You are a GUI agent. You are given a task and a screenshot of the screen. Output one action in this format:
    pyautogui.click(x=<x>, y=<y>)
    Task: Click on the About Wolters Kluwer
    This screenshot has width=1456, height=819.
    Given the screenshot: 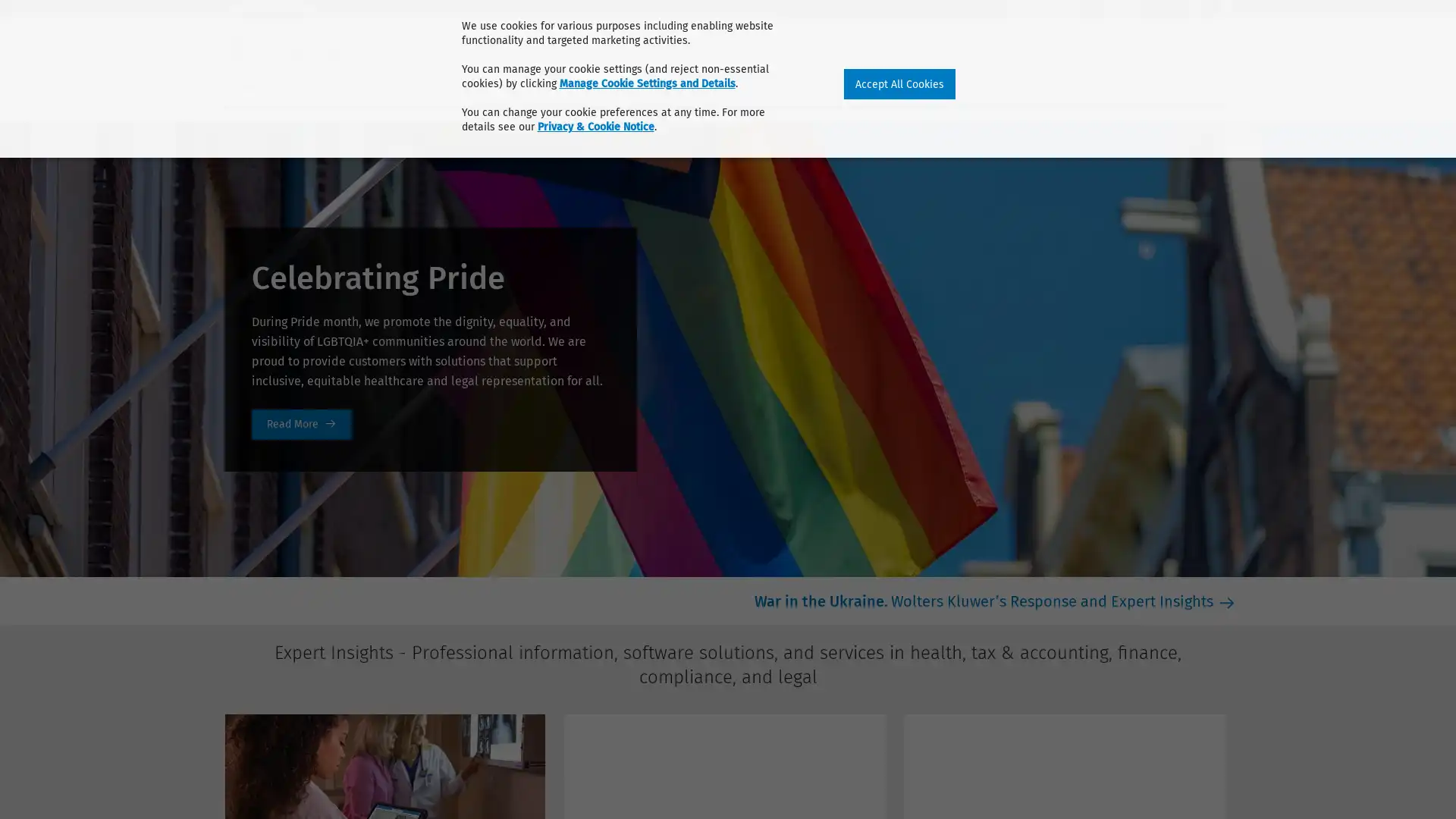 What is the action you would take?
    pyautogui.click(x=284, y=8)
    